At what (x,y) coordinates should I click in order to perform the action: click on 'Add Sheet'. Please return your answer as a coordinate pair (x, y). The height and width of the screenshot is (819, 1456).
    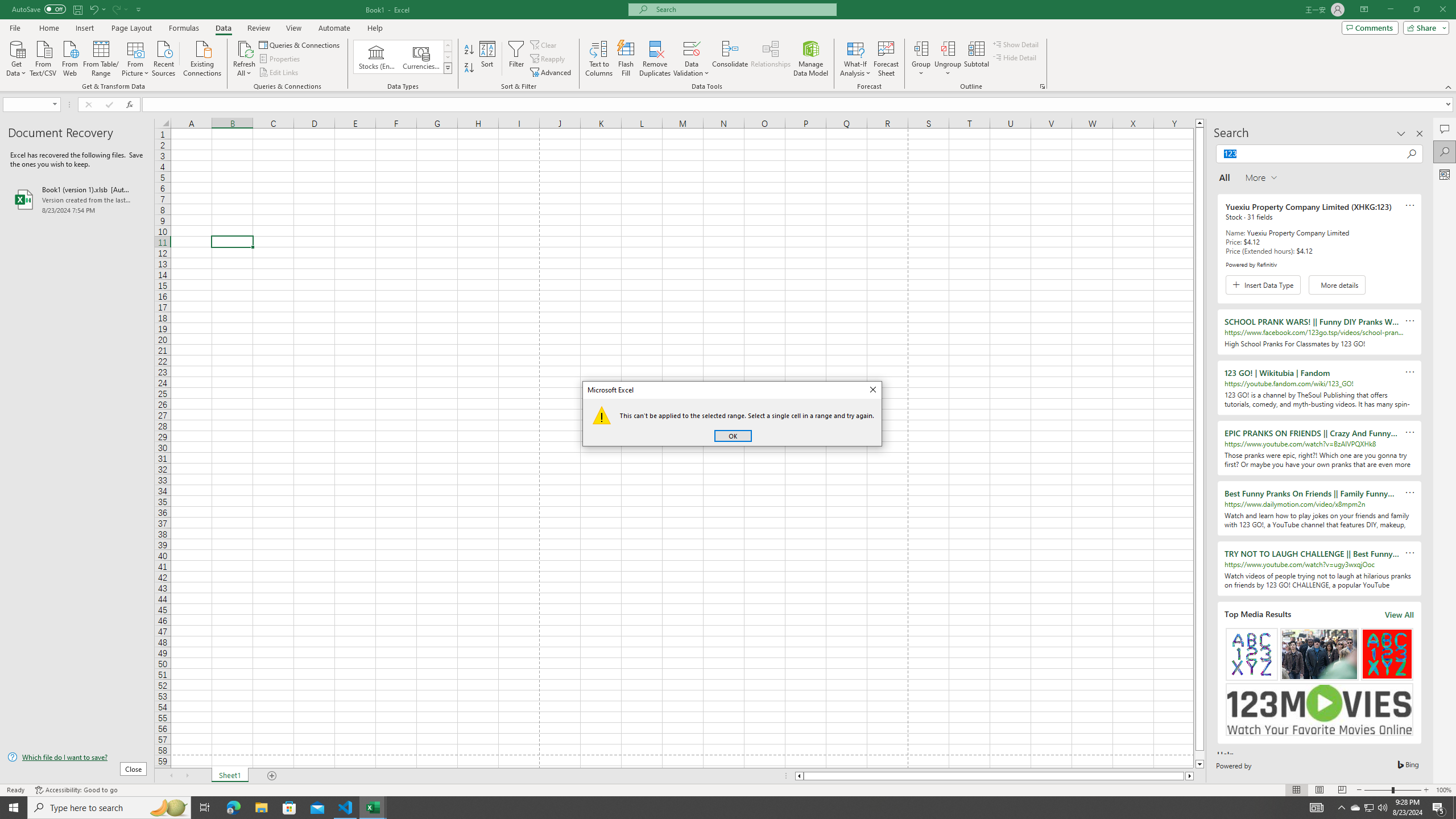
    Looking at the image, I should click on (273, 775).